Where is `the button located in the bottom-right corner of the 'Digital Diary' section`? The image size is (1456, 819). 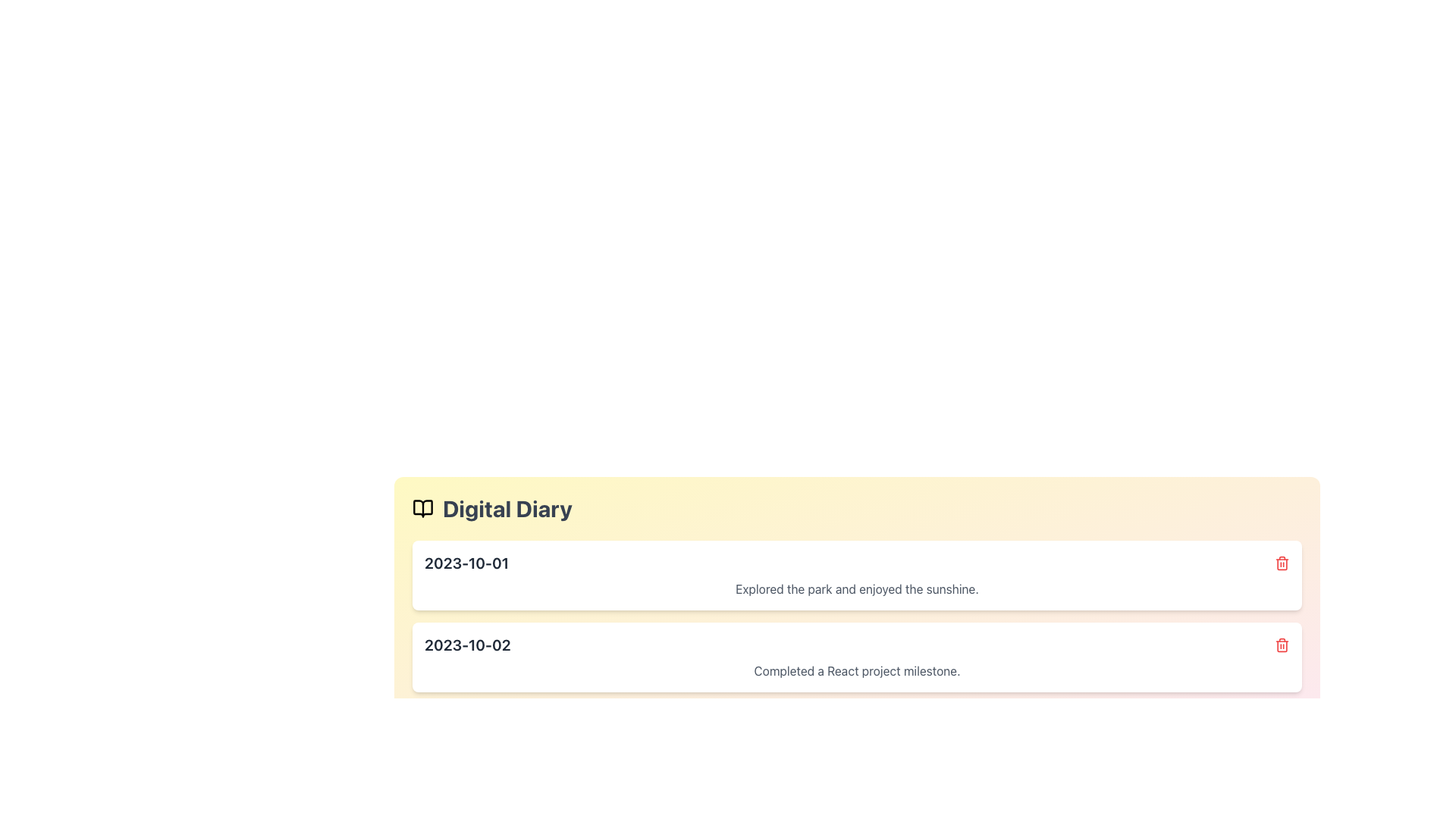
the button located in the bottom-right corner of the 'Digital Diary' section is located at coordinates (1281, 719).